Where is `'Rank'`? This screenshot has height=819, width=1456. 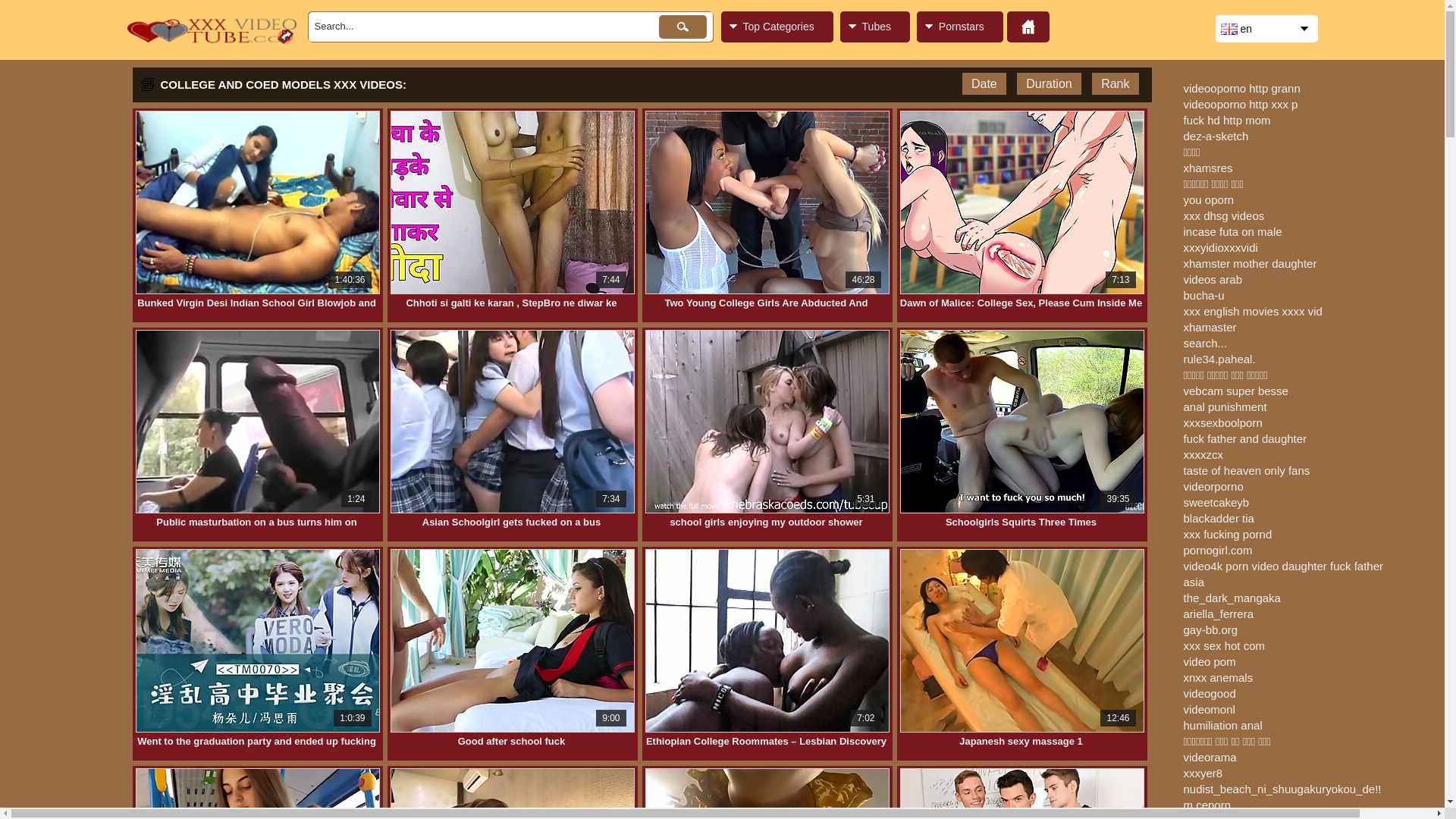 'Rank' is located at coordinates (1115, 83).